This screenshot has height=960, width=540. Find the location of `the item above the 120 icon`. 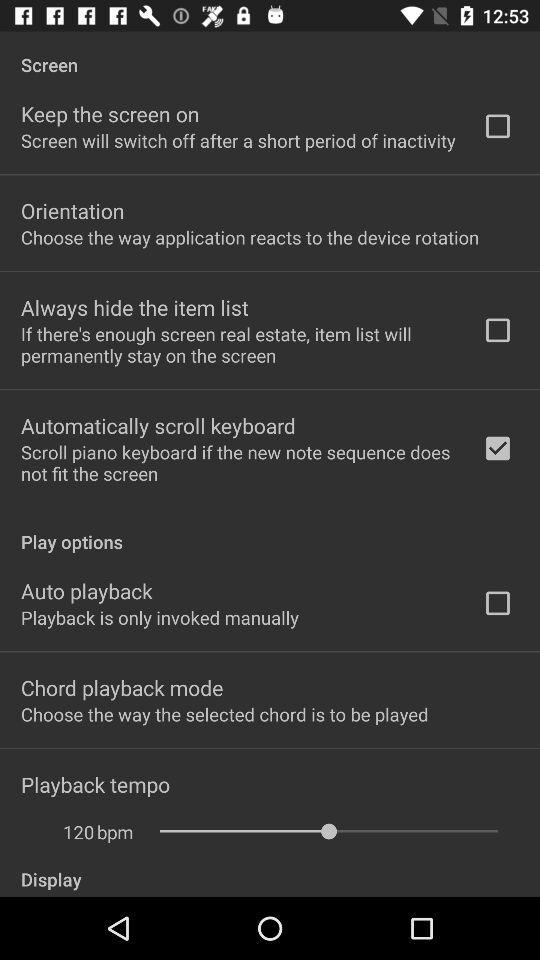

the item above the 120 icon is located at coordinates (94, 784).